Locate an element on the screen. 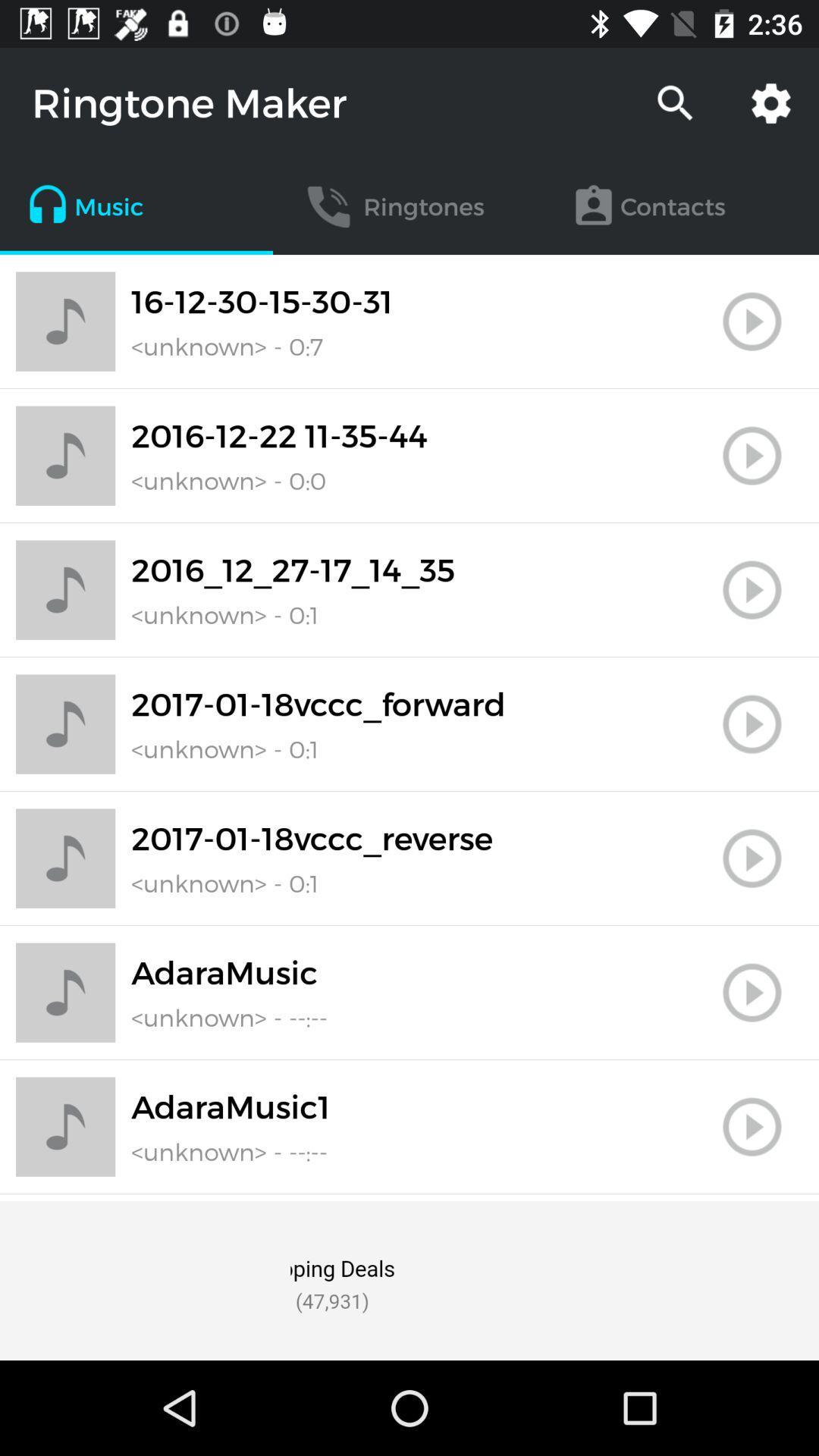  it is play key is located at coordinates (752, 321).